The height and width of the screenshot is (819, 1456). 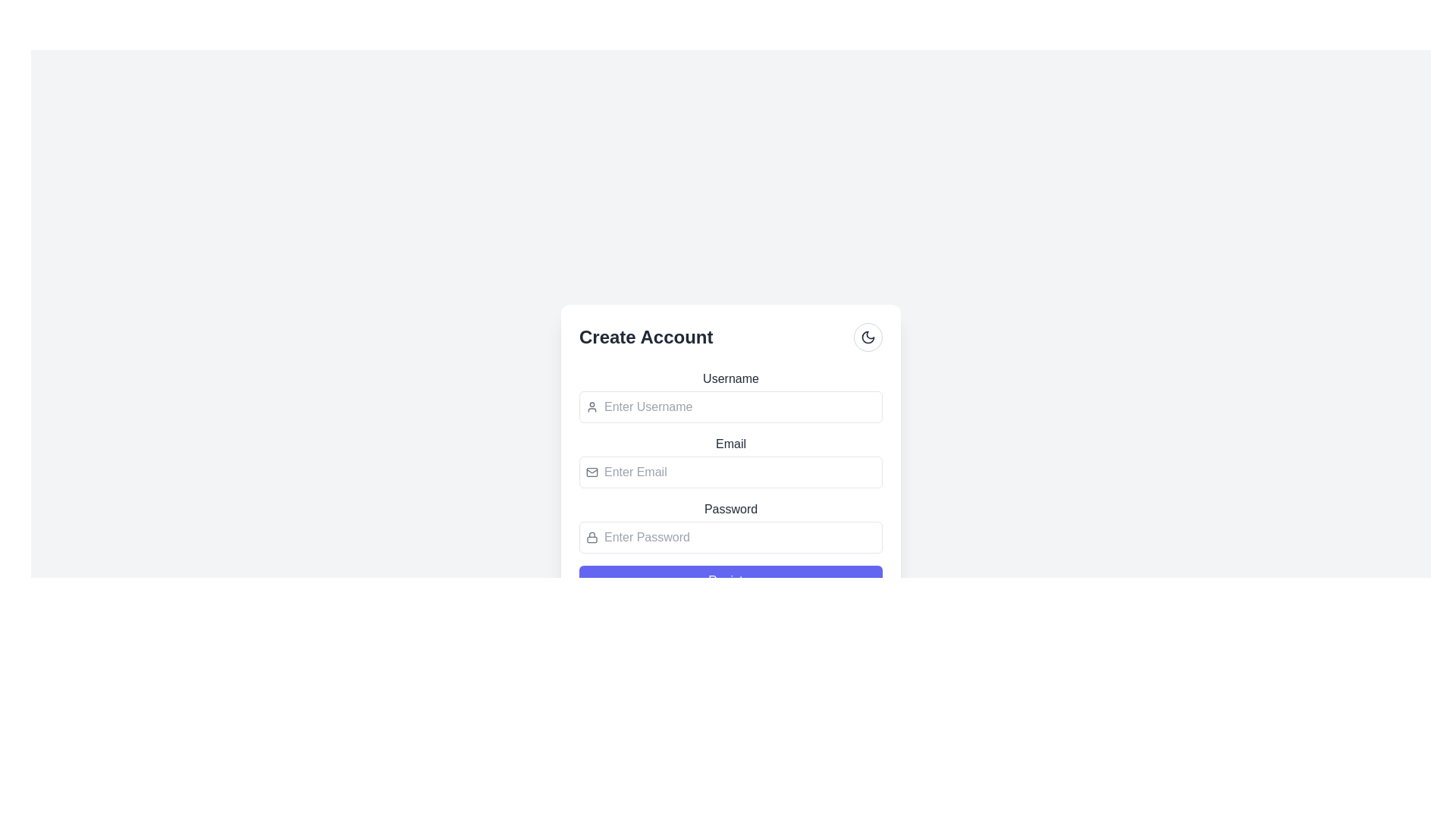 I want to click on the 'Email' text label, which is styled in a medium-weight font and positioned just above the email input field within the form, so click(x=731, y=444).